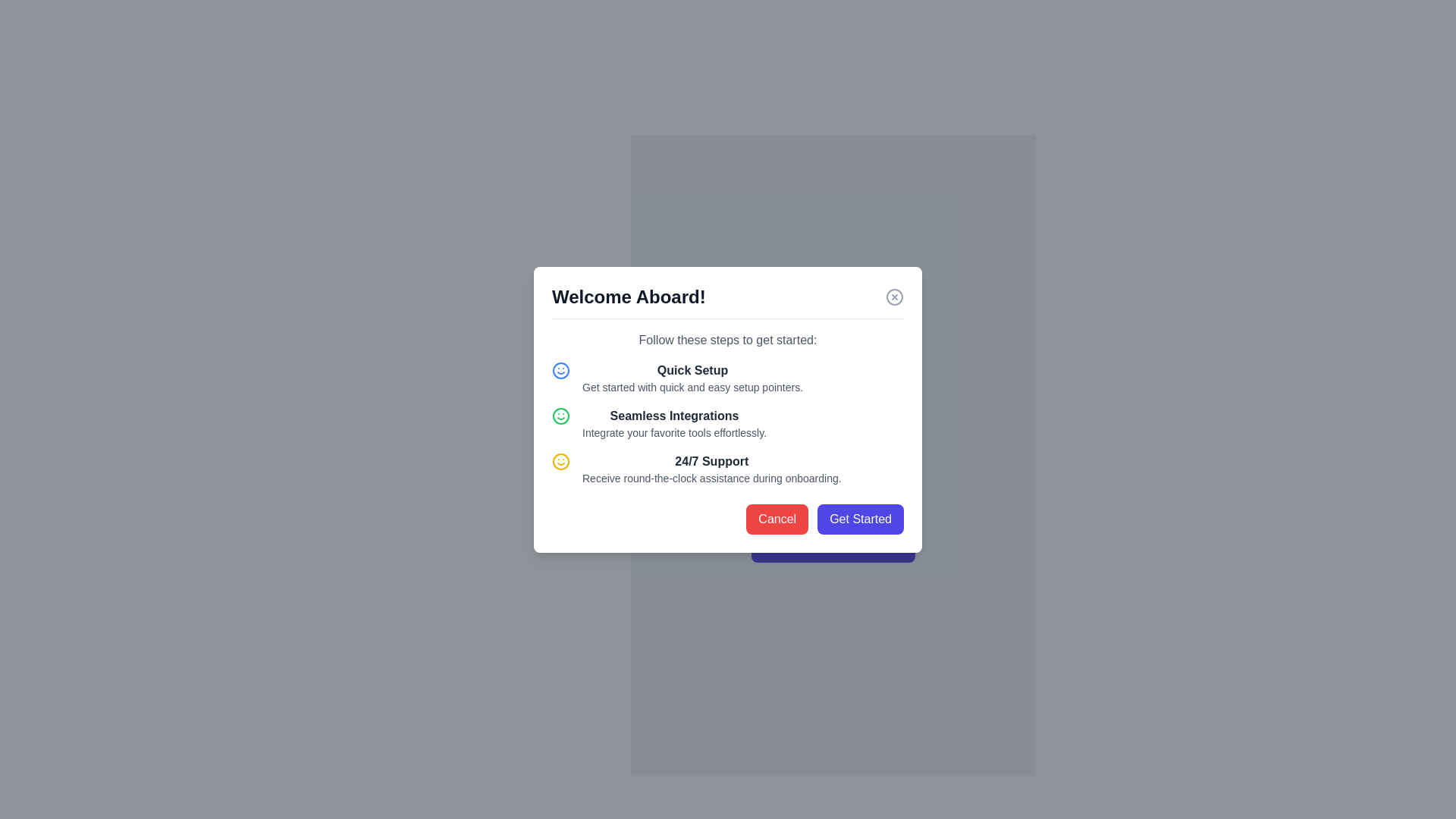  What do you see at coordinates (895, 297) in the screenshot?
I see `the interactive close icon located in the top-right corner of the dialog box` at bounding box center [895, 297].